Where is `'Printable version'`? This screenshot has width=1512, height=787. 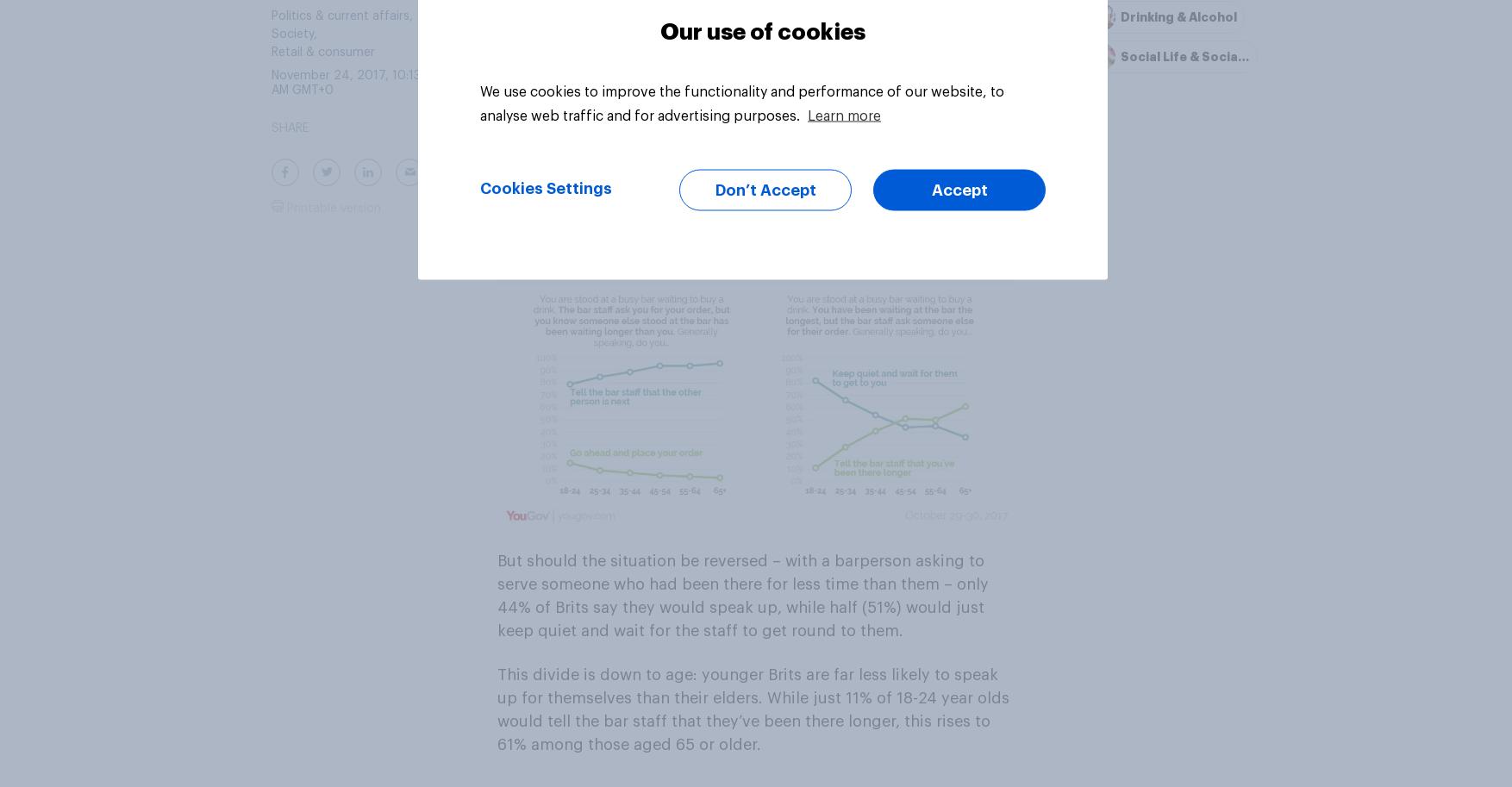
'Printable version' is located at coordinates (332, 207).